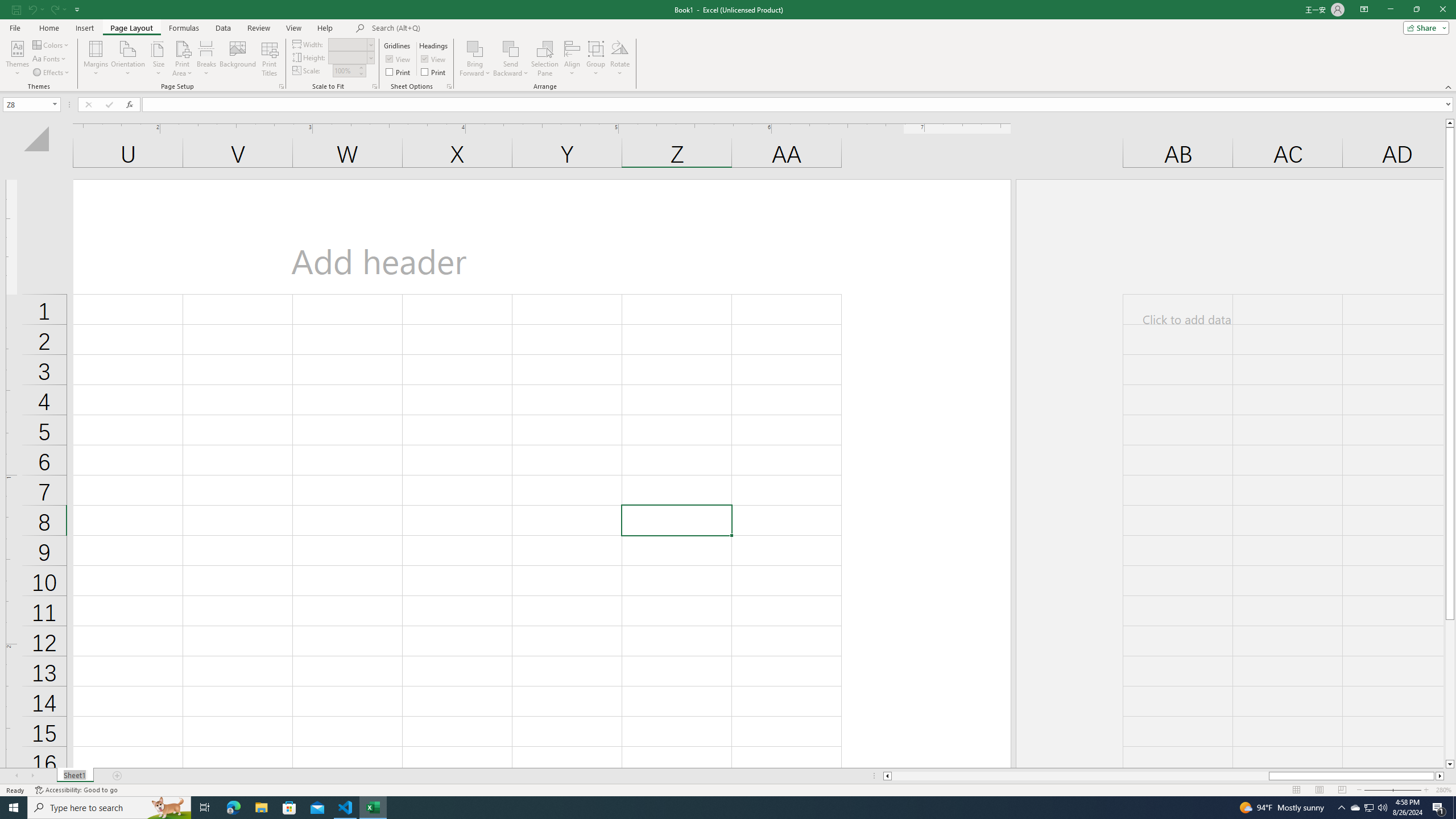  What do you see at coordinates (158, 59) in the screenshot?
I see `'Size'` at bounding box center [158, 59].